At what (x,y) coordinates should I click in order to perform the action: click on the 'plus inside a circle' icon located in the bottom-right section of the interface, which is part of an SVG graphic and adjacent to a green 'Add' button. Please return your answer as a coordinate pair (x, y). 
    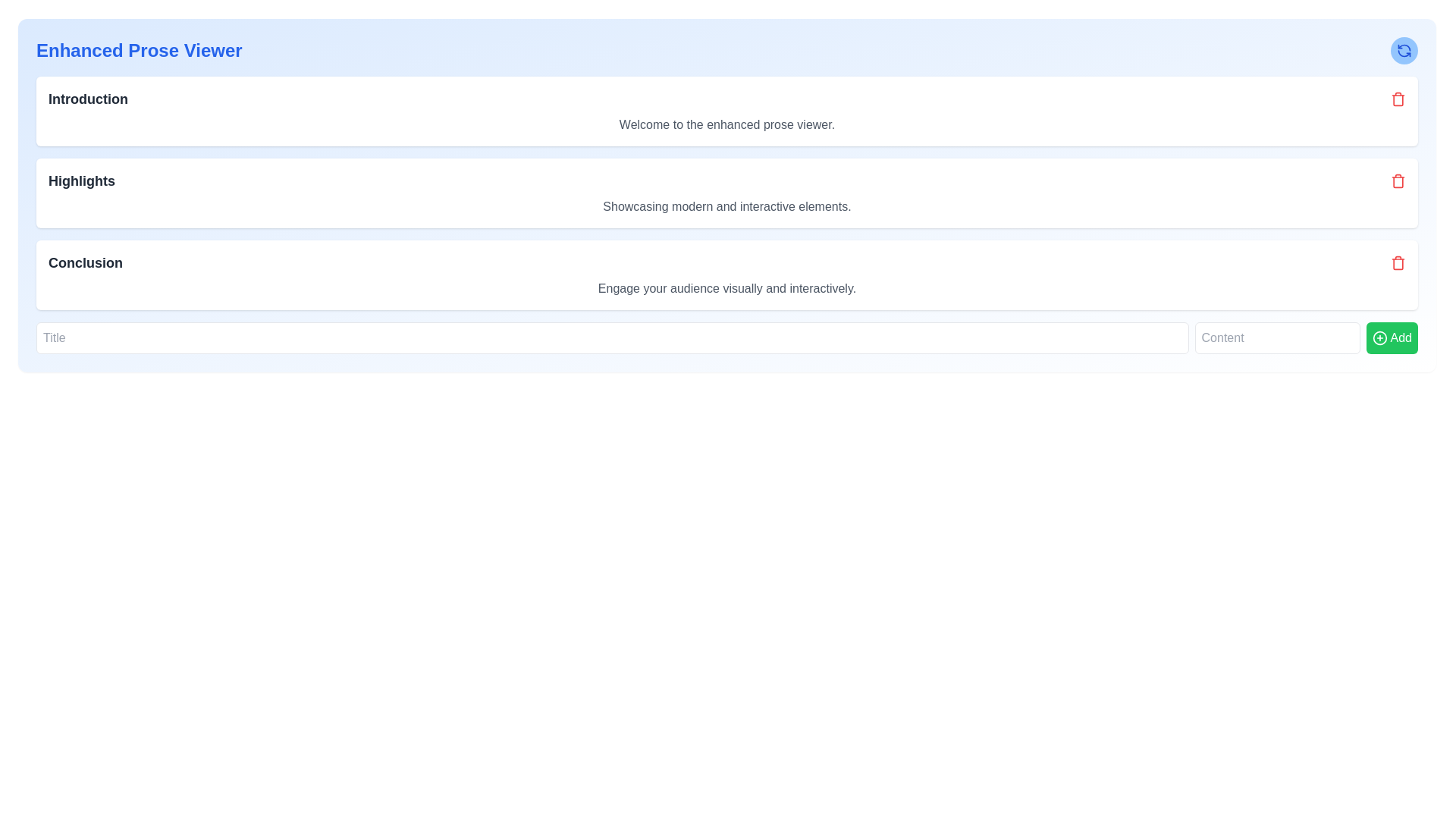
    Looking at the image, I should click on (1379, 337).